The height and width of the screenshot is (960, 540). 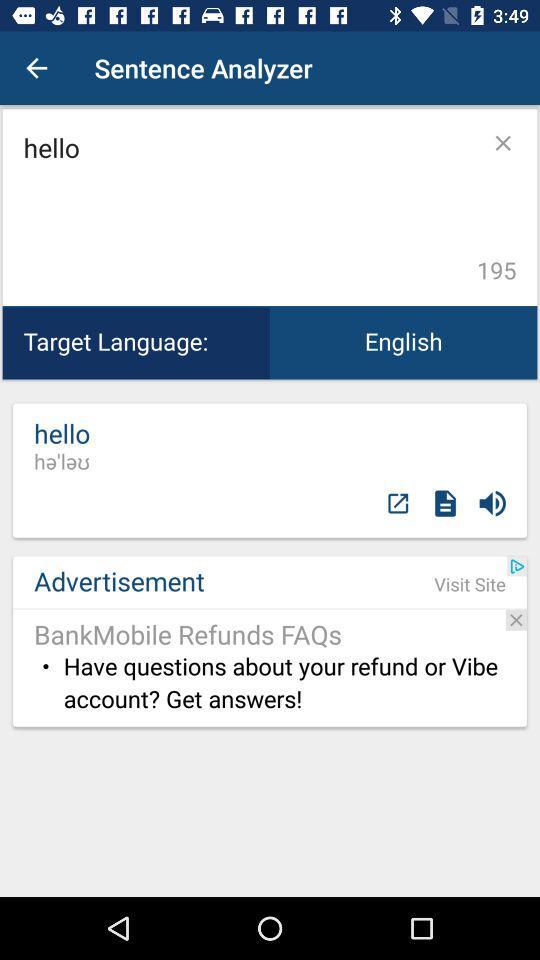 I want to click on item next to target language: item, so click(x=403, y=342).